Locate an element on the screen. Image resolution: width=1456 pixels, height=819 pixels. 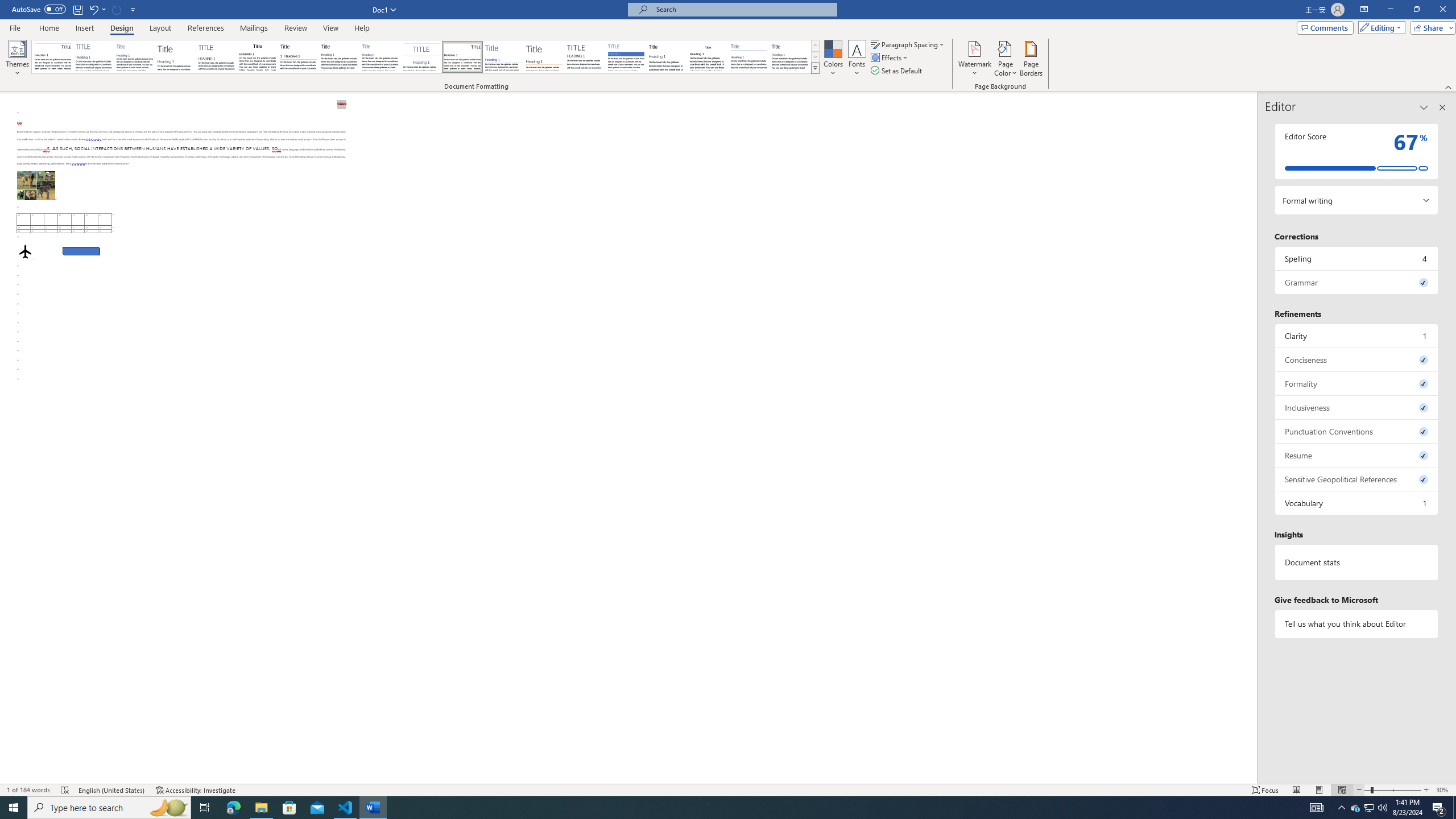
'Page Color' is located at coordinates (1006, 59).